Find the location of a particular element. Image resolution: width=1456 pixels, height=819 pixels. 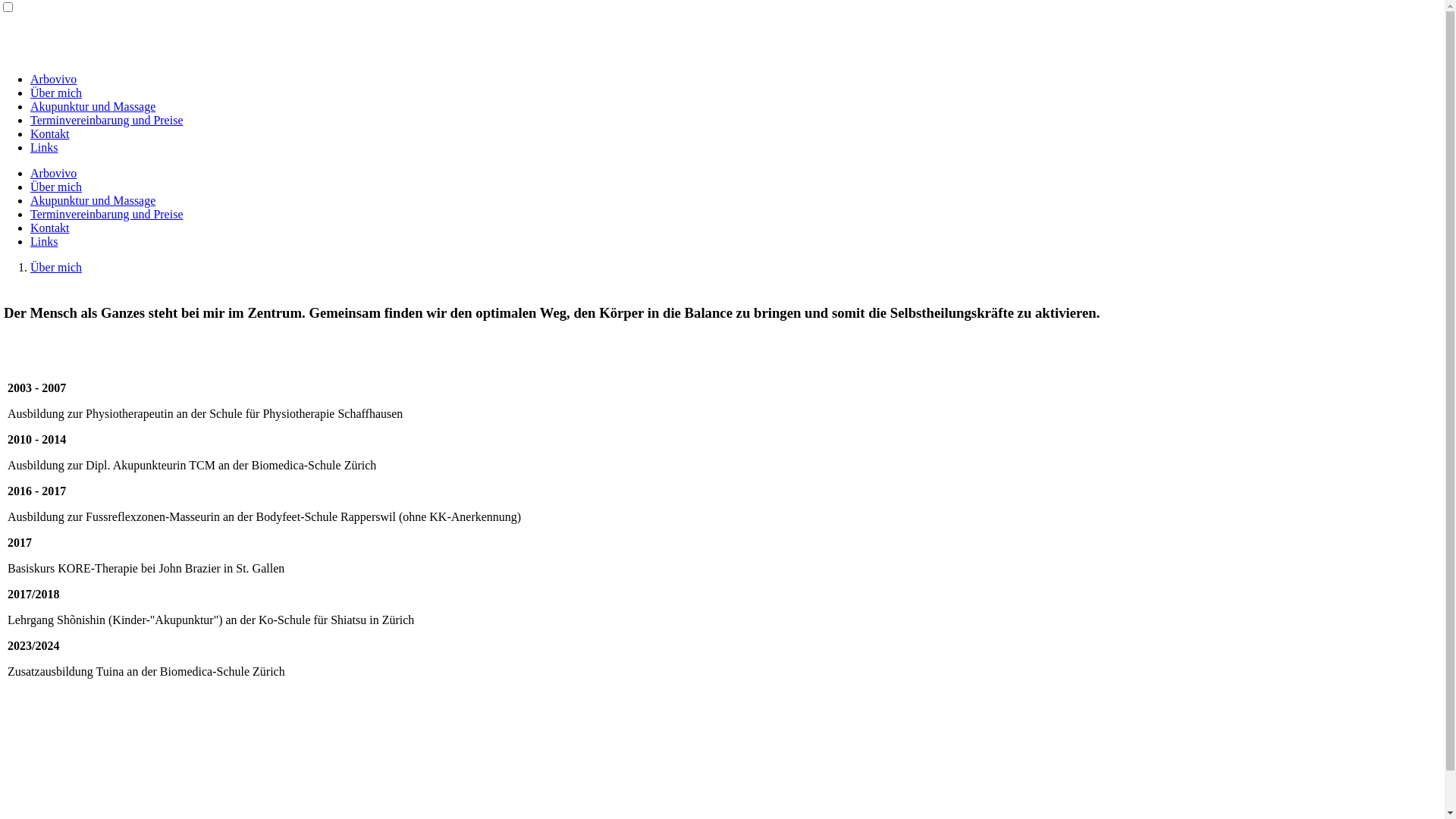

'Links' is located at coordinates (43, 240).